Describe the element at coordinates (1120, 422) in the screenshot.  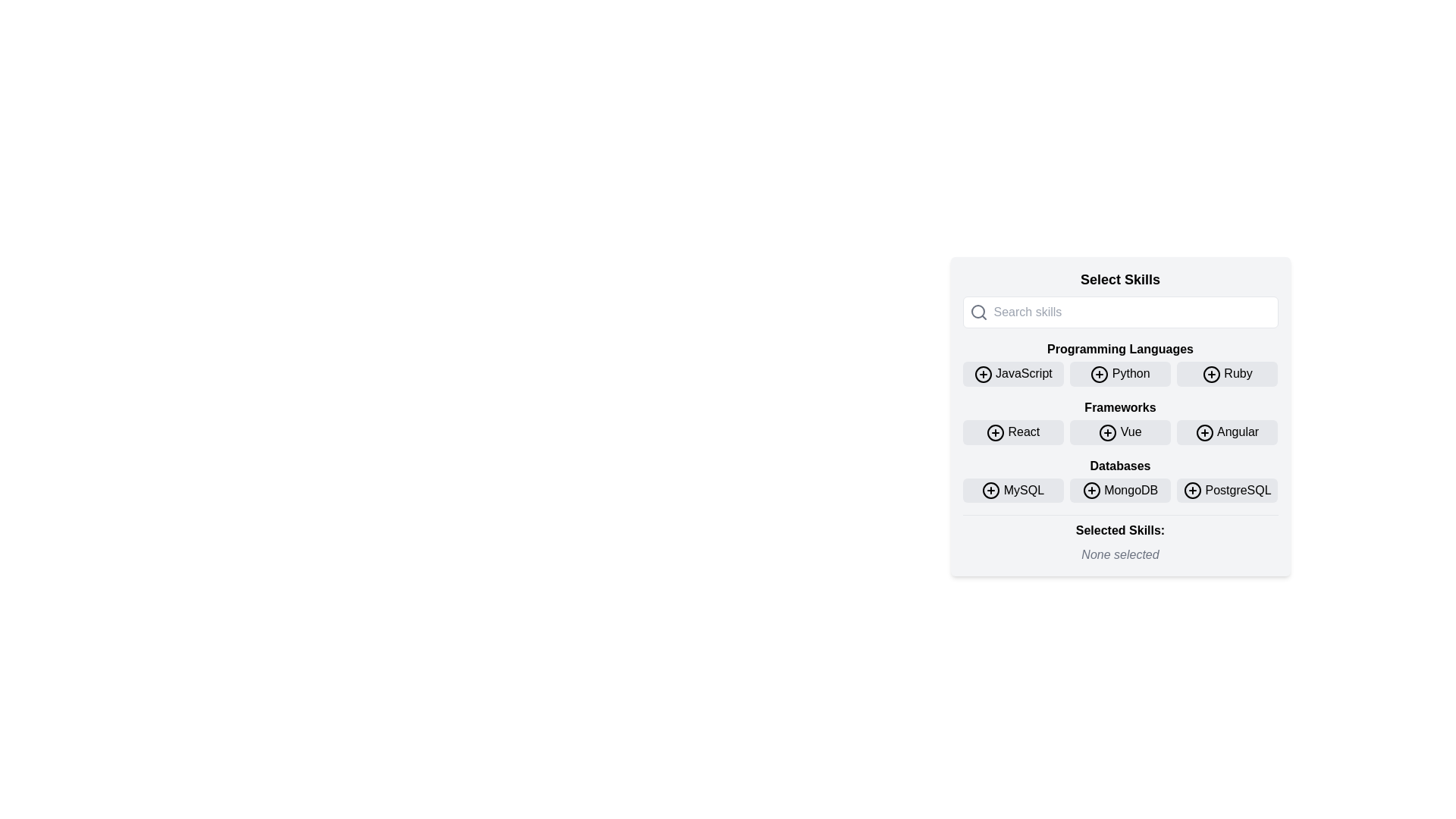
I see `labels for navigation in the categorized grid of selectable buttons located in the 'Frameworks' section, which is positioned in the second column below 'Programming Languages.'` at that location.